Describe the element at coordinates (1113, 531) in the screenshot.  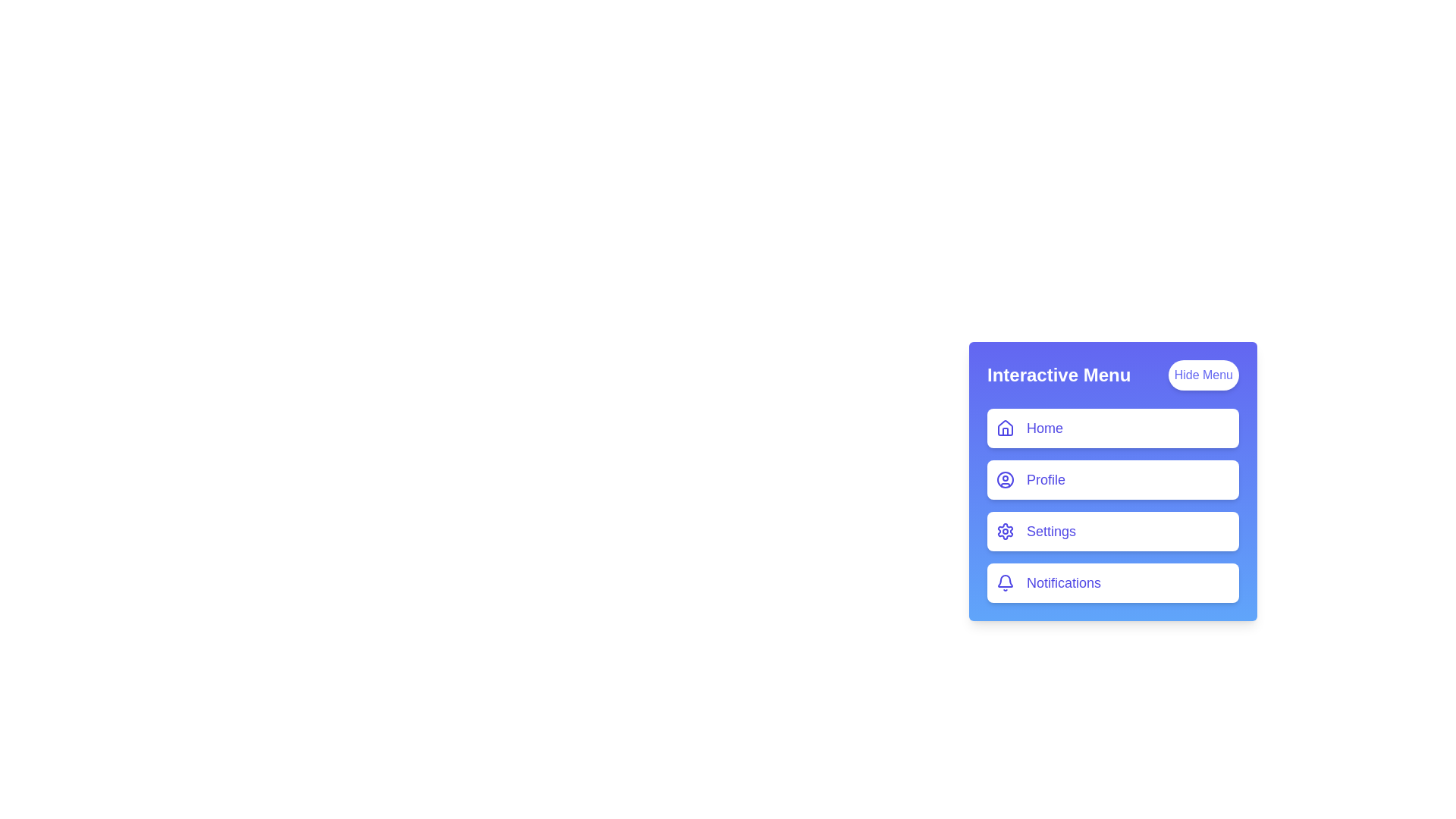
I see `the menu item Settings` at that location.